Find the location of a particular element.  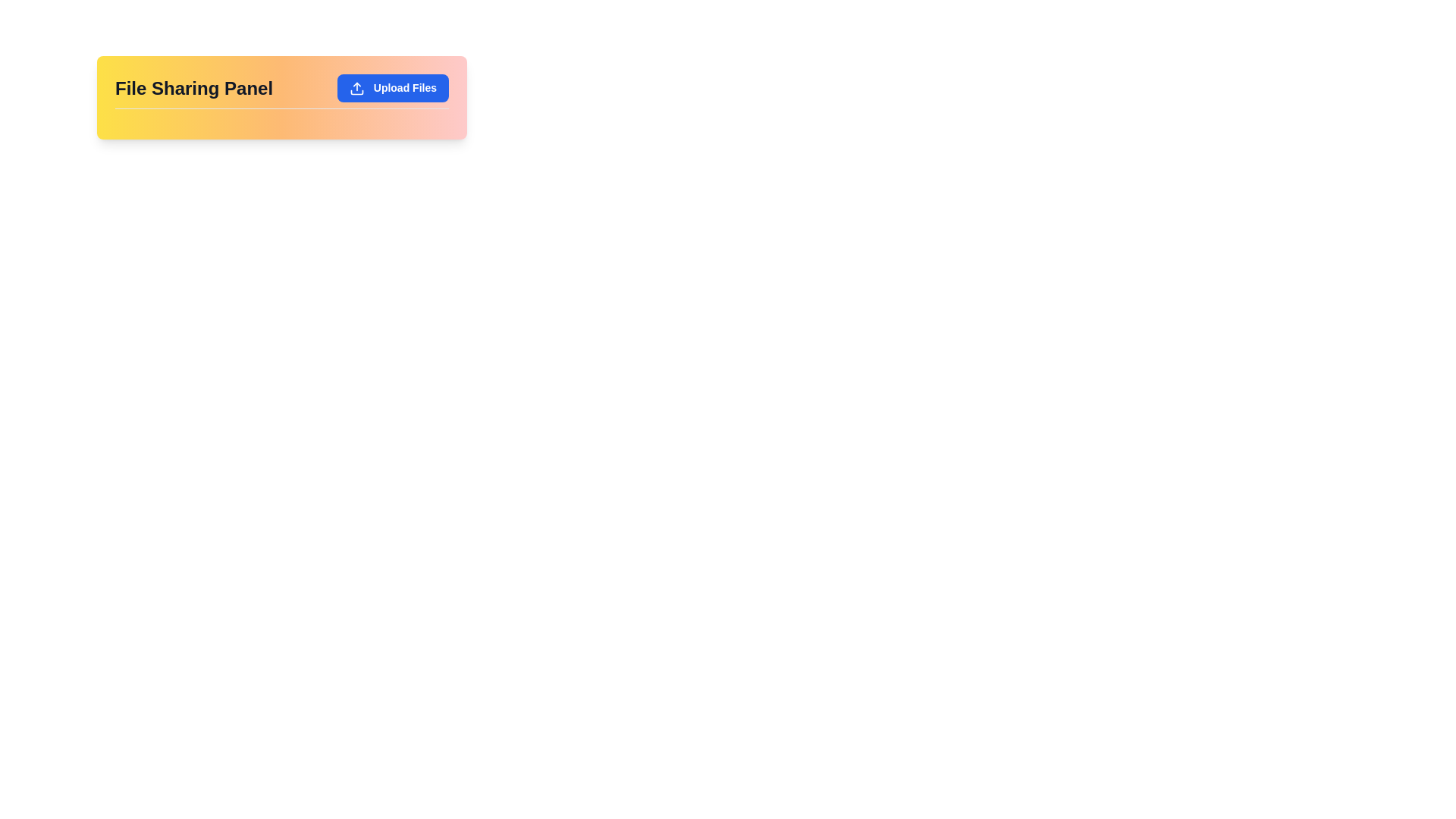

the blue rectangular button labeled 'Upload Files' is located at coordinates (393, 88).